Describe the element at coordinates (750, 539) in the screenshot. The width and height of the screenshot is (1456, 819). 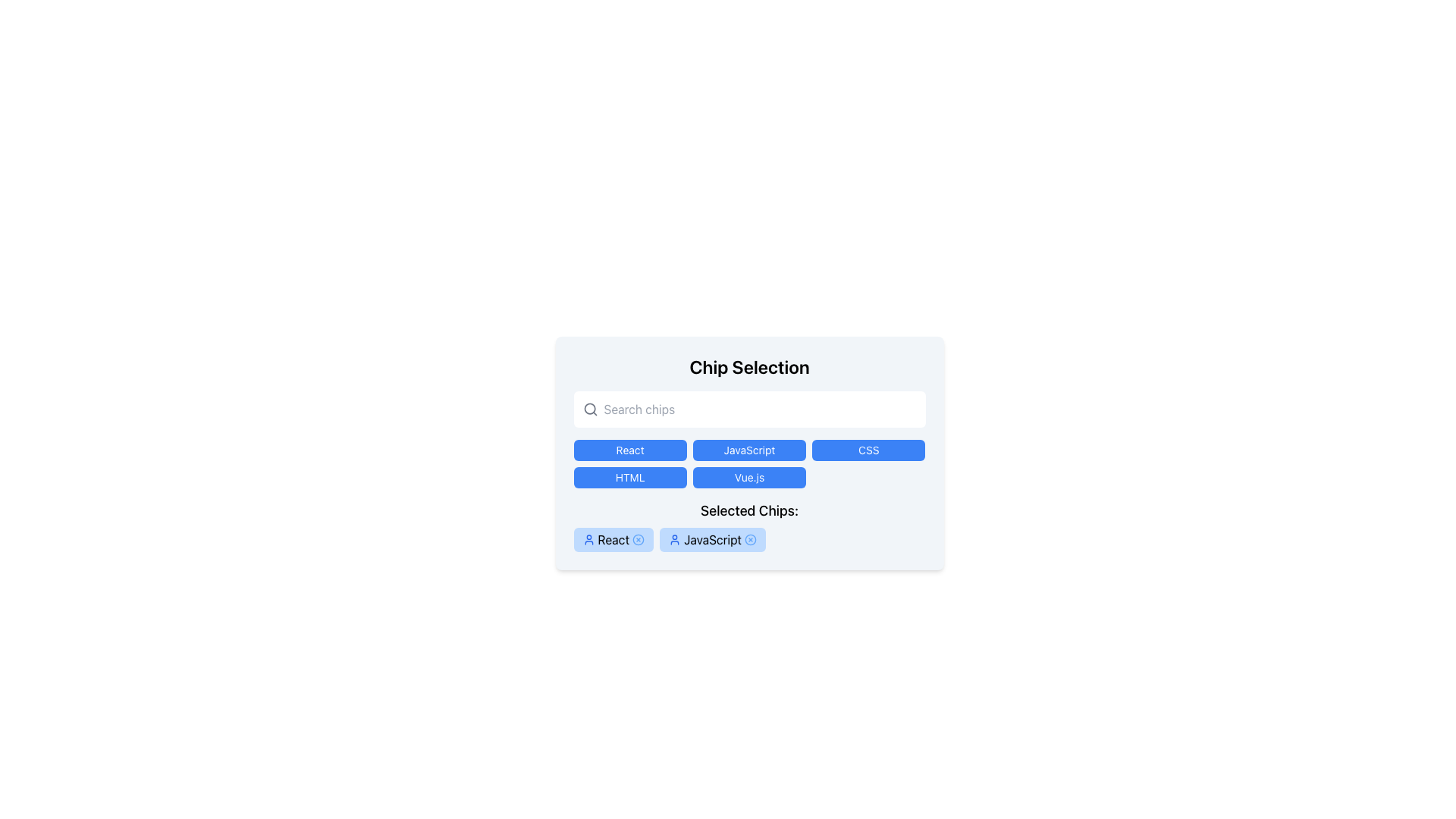
I see `the close icon button located at the end of the 'JavaScript' chip in the 'Selected Chips' section to trigger a tooltip or visual indication` at that location.